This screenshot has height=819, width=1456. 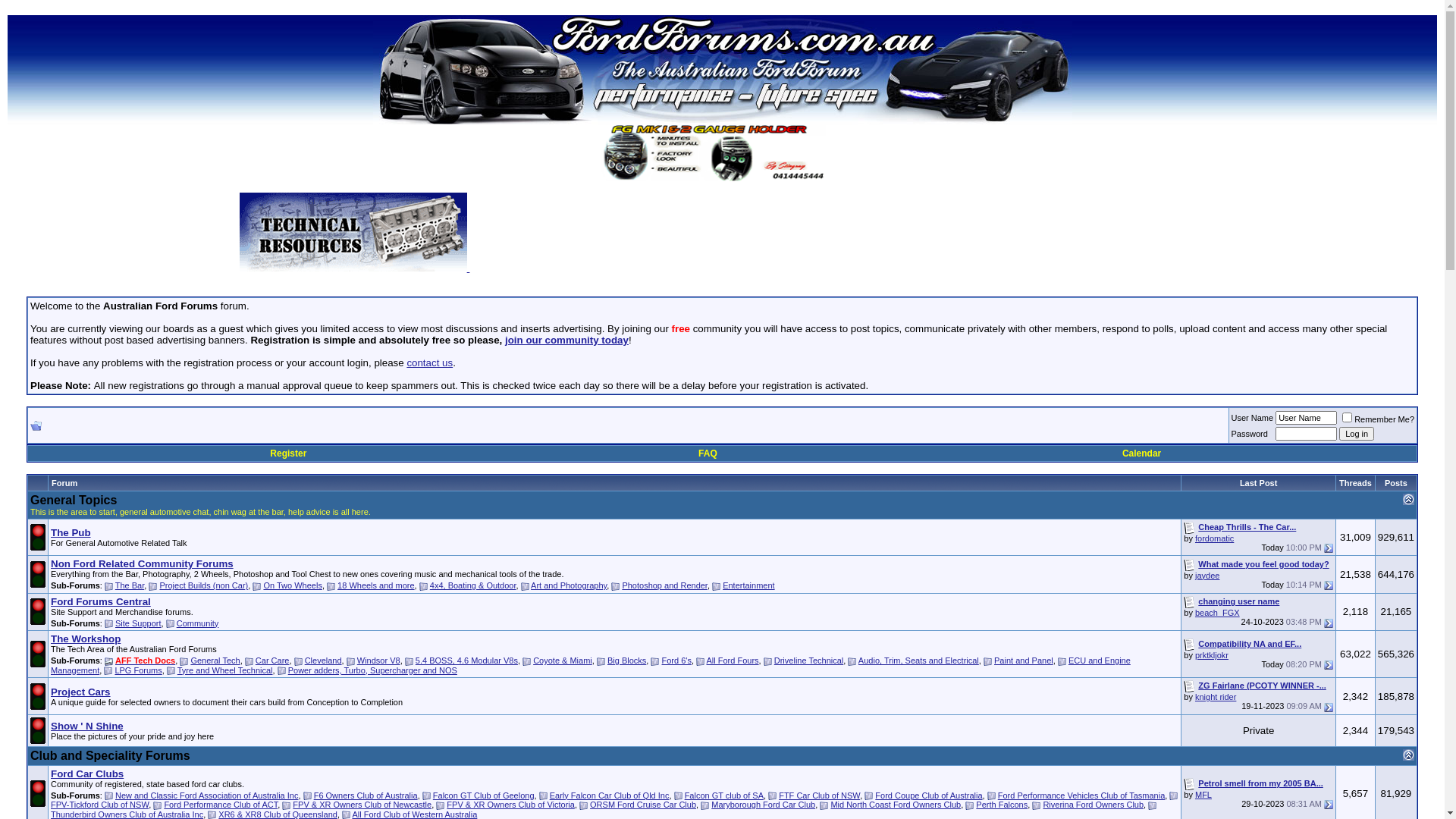 What do you see at coordinates (375, 584) in the screenshot?
I see `'18 Wheels and more'` at bounding box center [375, 584].